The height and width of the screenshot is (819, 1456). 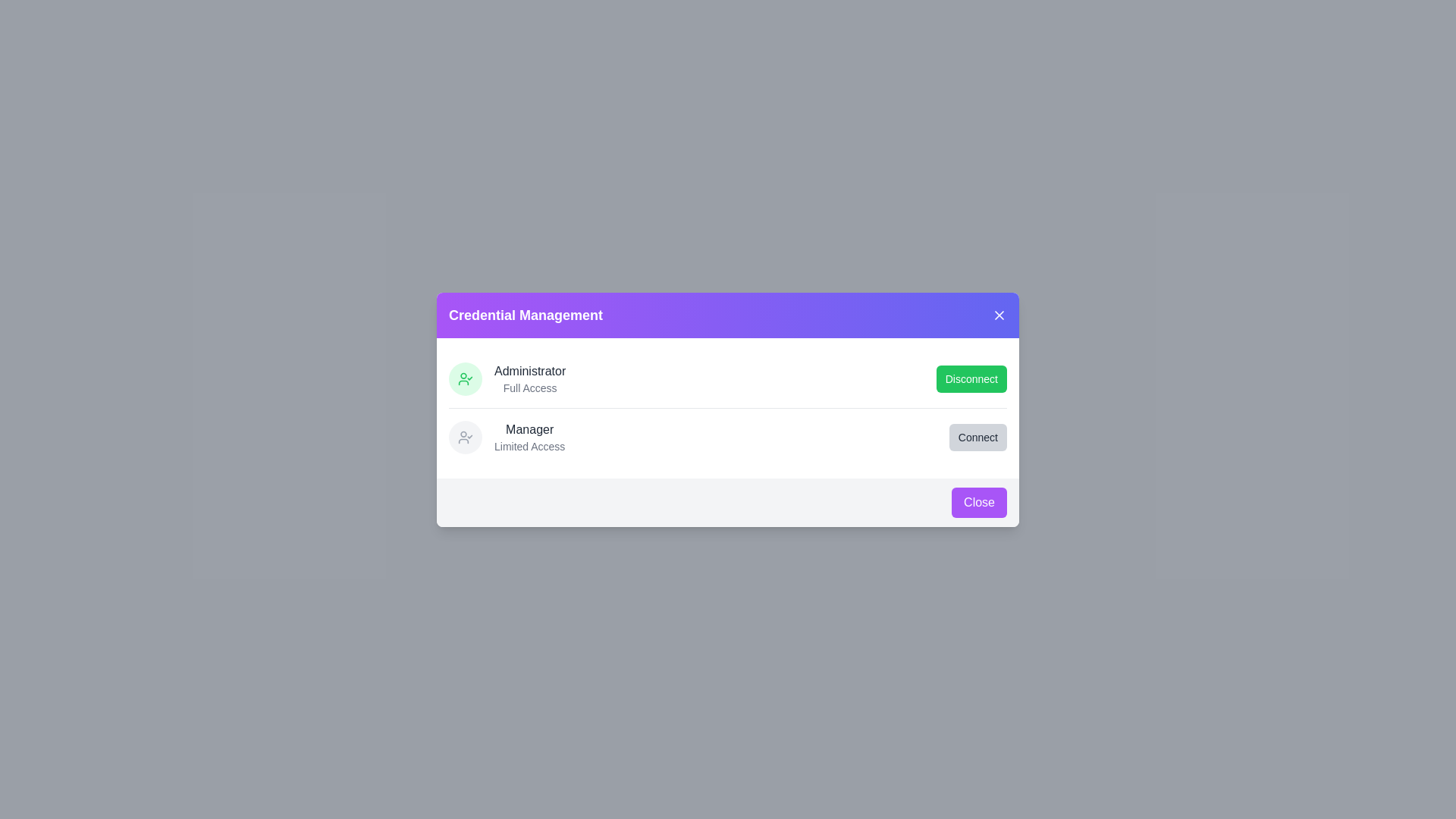 I want to click on the 'Administrator' label which is a medium-weight, dark gray text located under 'Credential Management', next to a green user icon, so click(x=530, y=371).